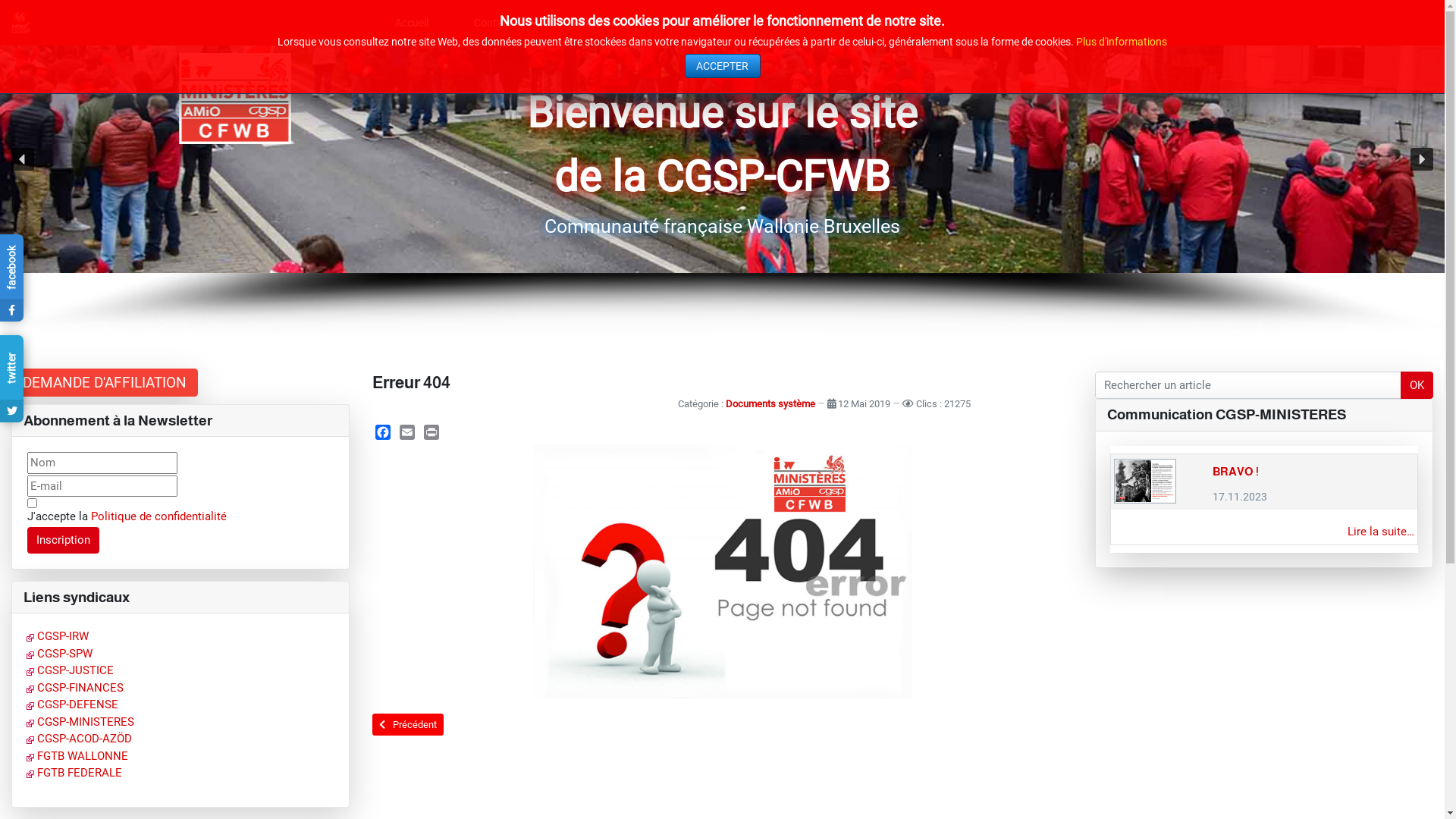 Image resolution: width=1456 pixels, height=819 pixels. What do you see at coordinates (407, 432) in the screenshot?
I see `'Email'` at bounding box center [407, 432].